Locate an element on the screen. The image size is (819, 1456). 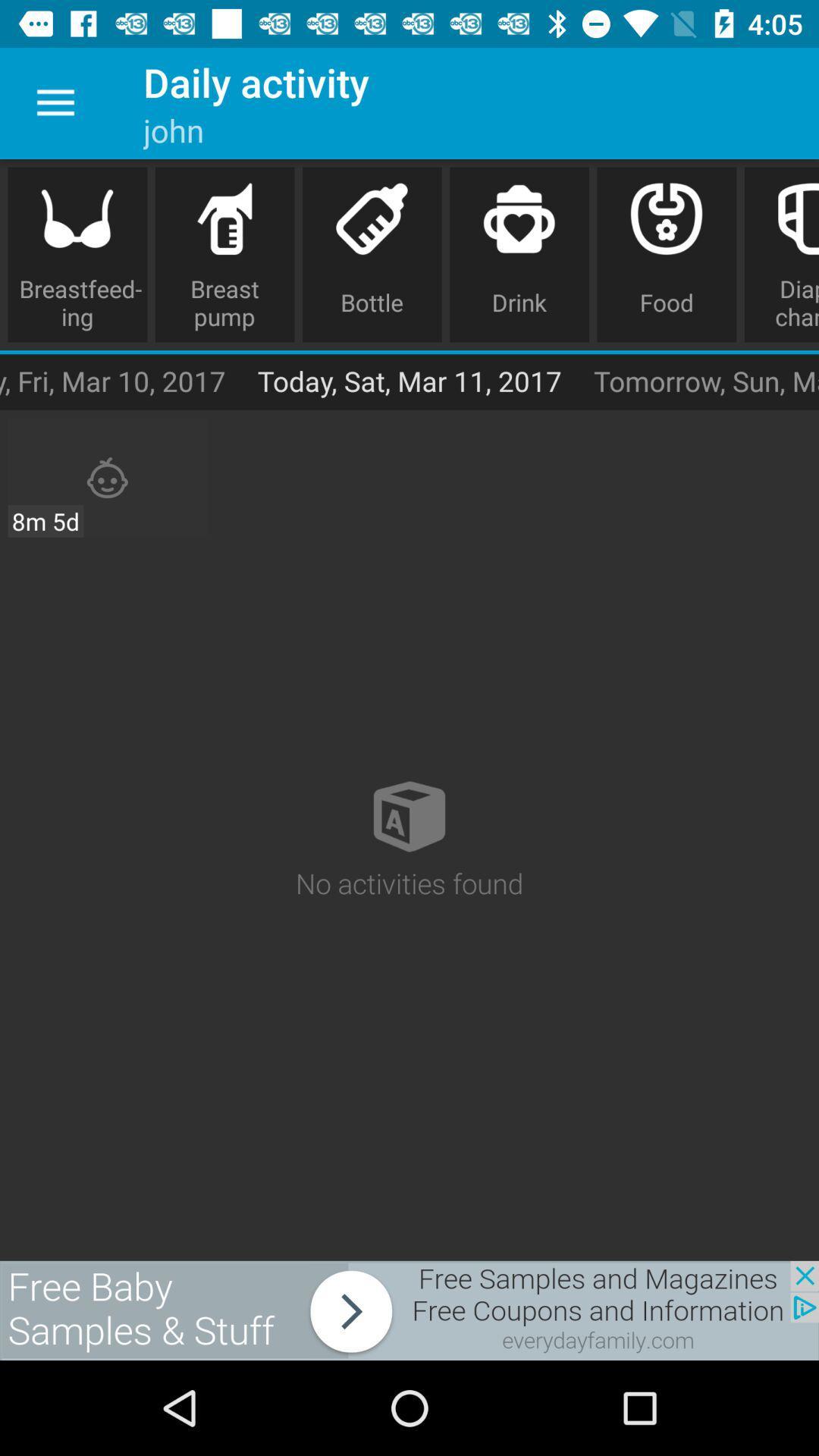
drink is located at coordinates (519, 255).